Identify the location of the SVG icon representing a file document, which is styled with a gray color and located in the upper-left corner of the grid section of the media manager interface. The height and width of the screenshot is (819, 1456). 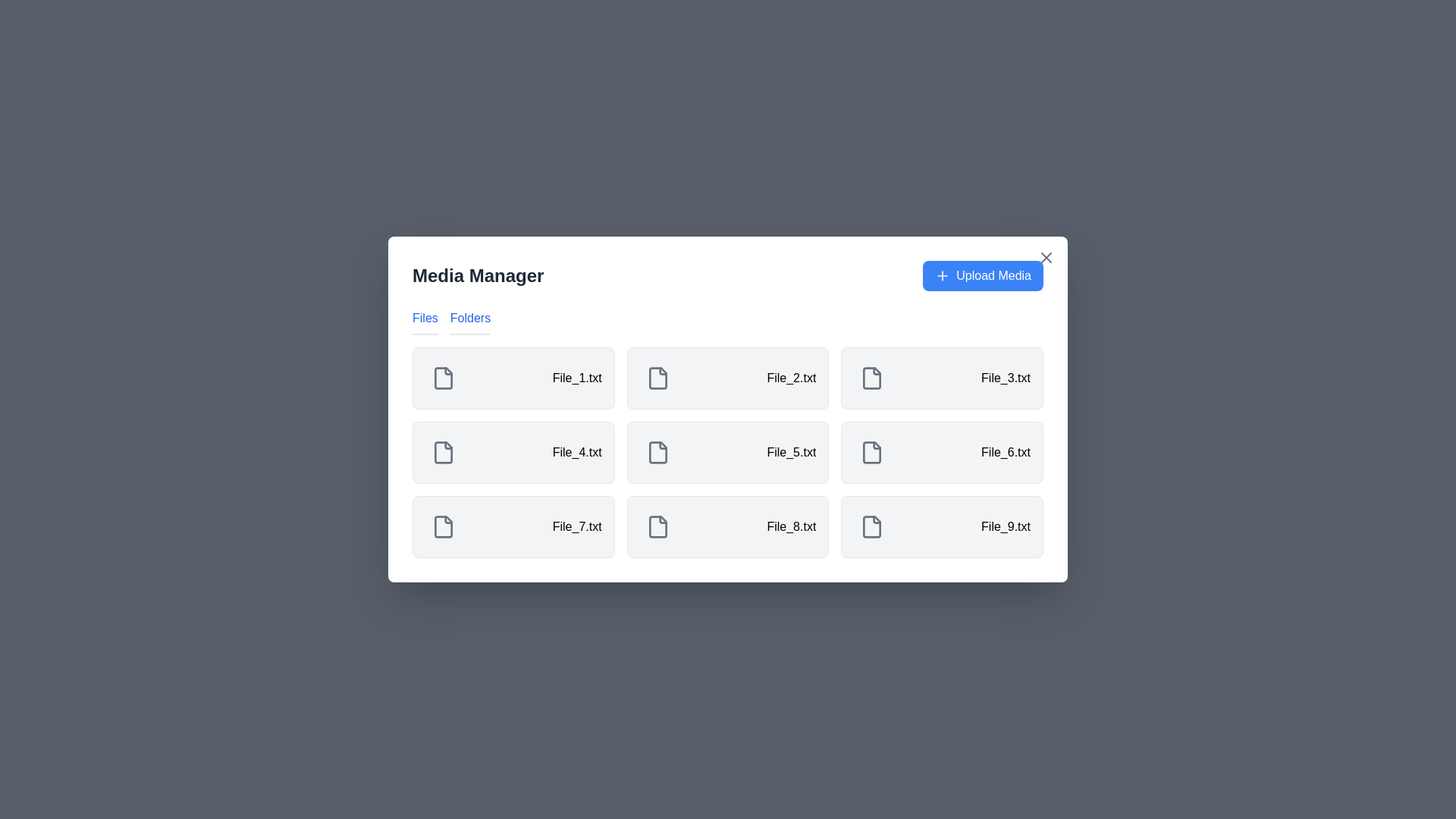
(443, 377).